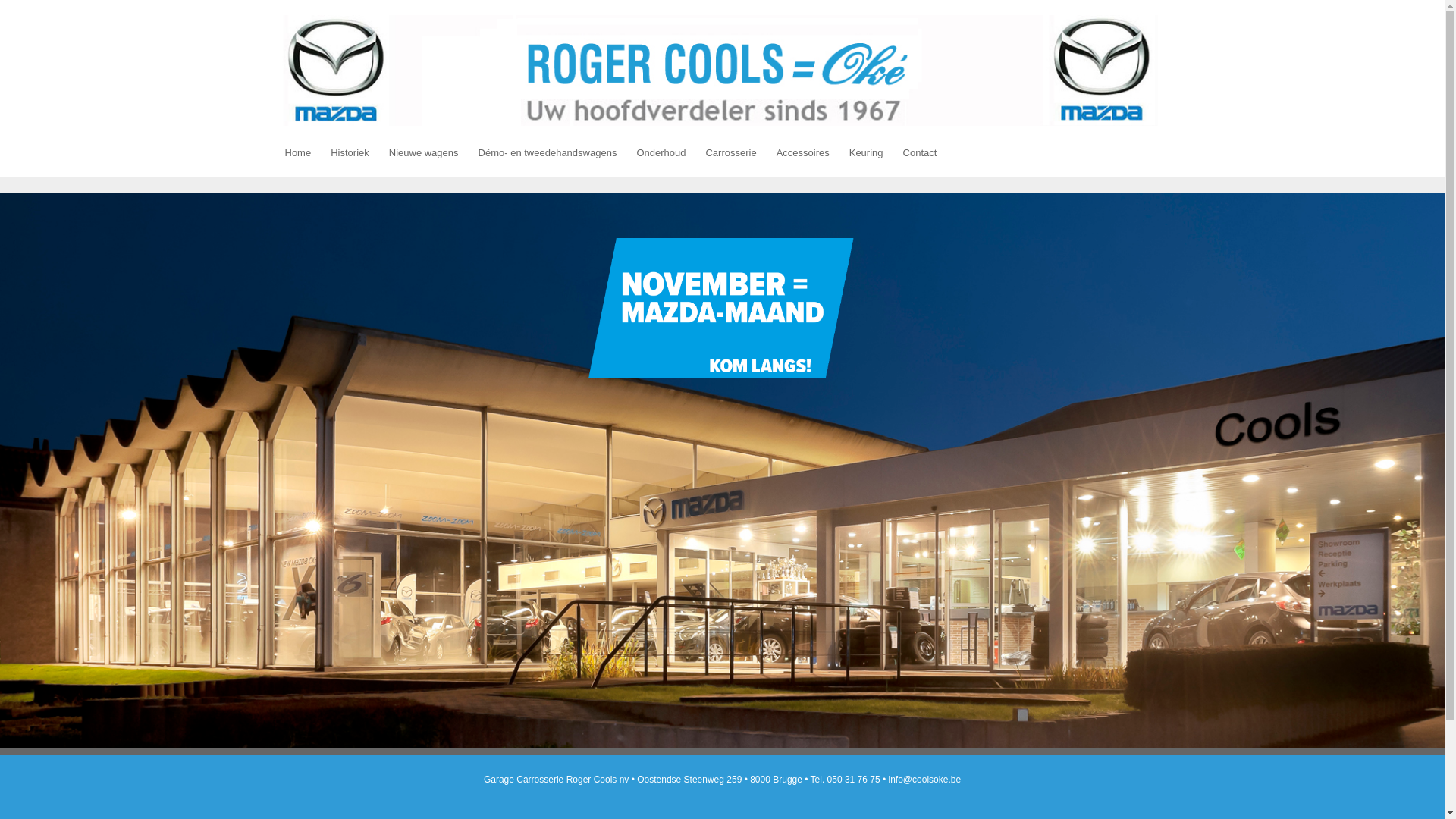 The height and width of the screenshot is (819, 1456). What do you see at coordinates (378, 153) in the screenshot?
I see `'Nieuwe wagens'` at bounding box center [378, 153].